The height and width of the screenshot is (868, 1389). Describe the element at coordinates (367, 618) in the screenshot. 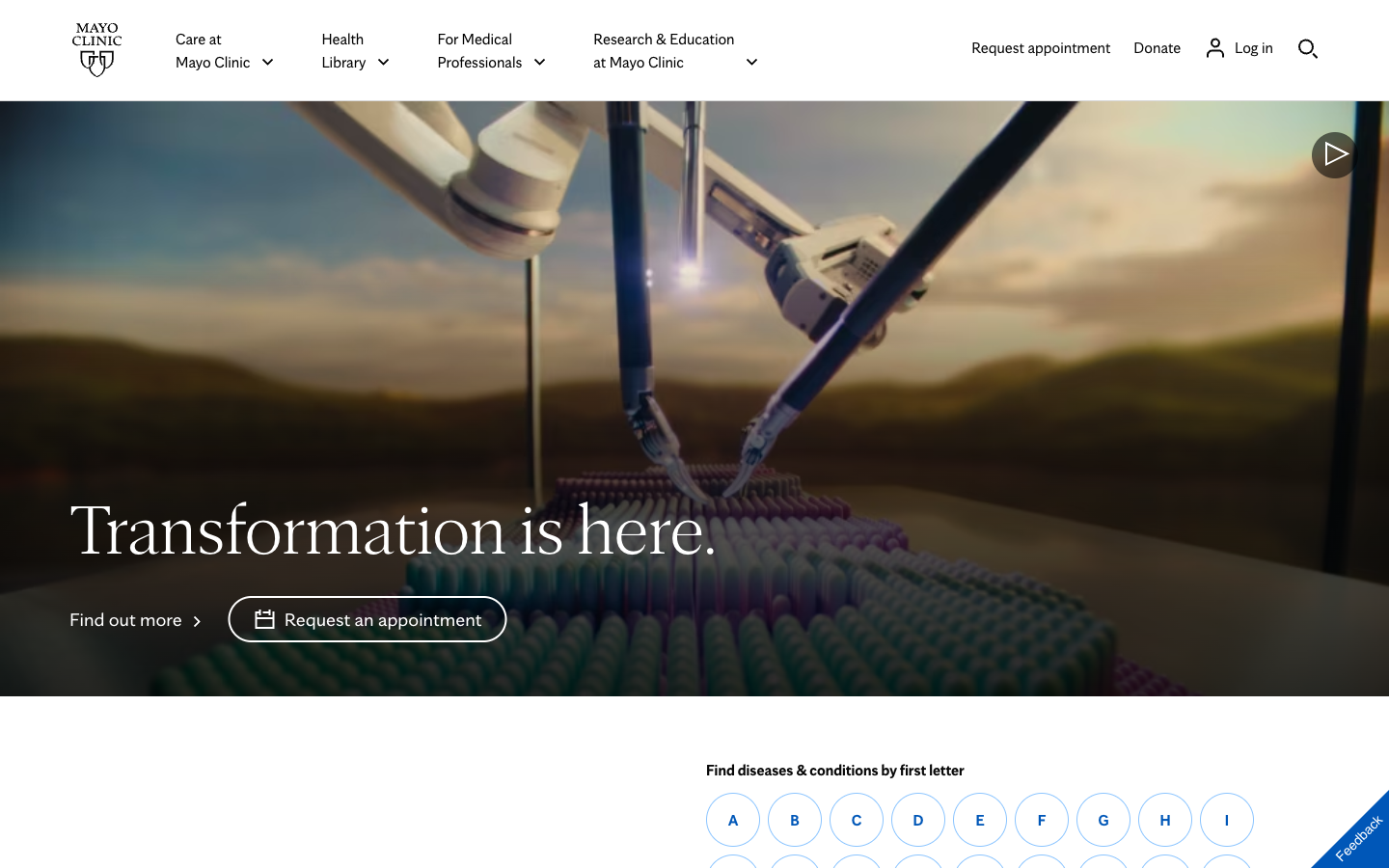

I see `Schedule a session with the help of the Mayoclinic animation` at that location.